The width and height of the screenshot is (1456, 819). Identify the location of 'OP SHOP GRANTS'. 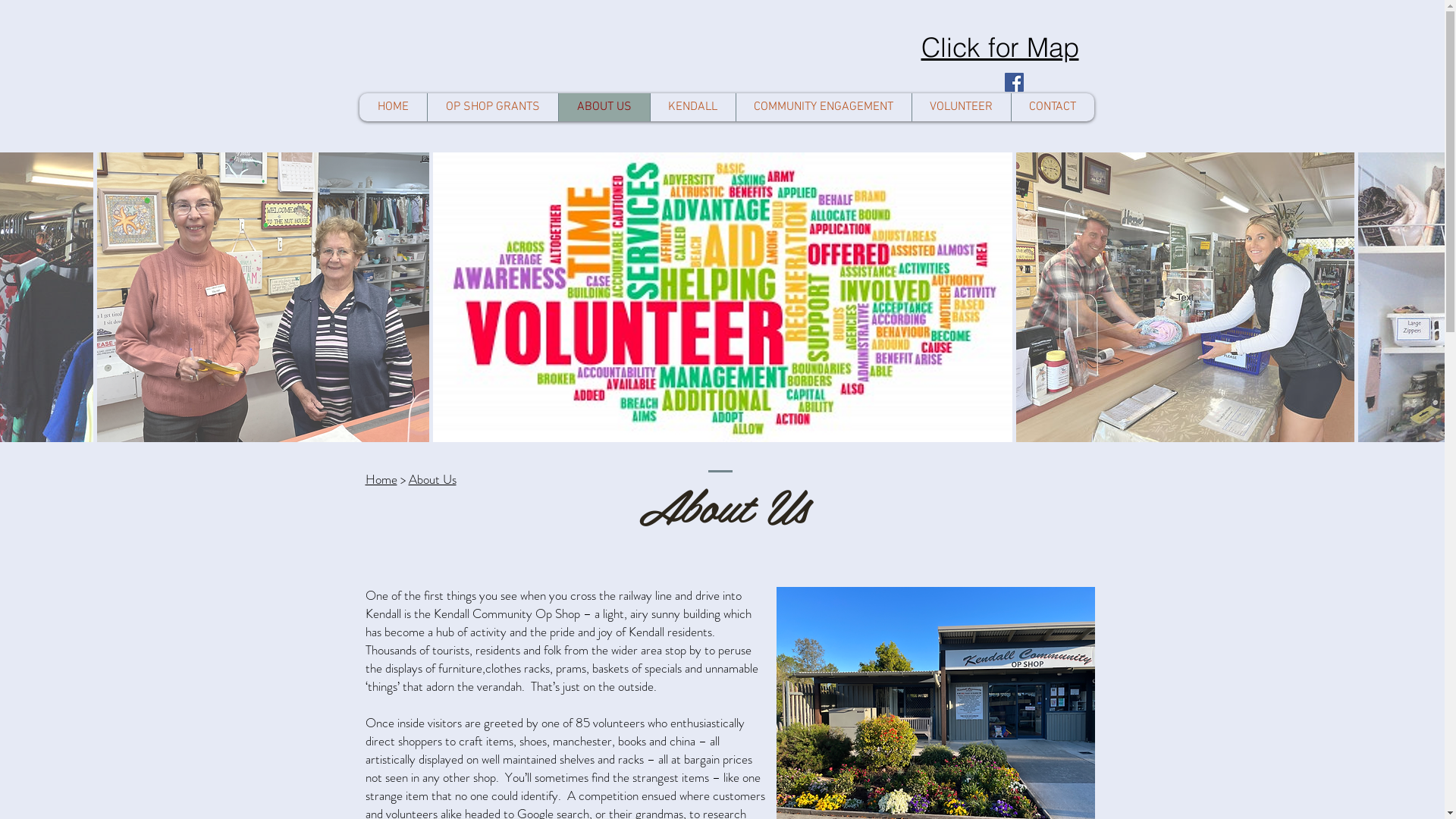
(425, 106).